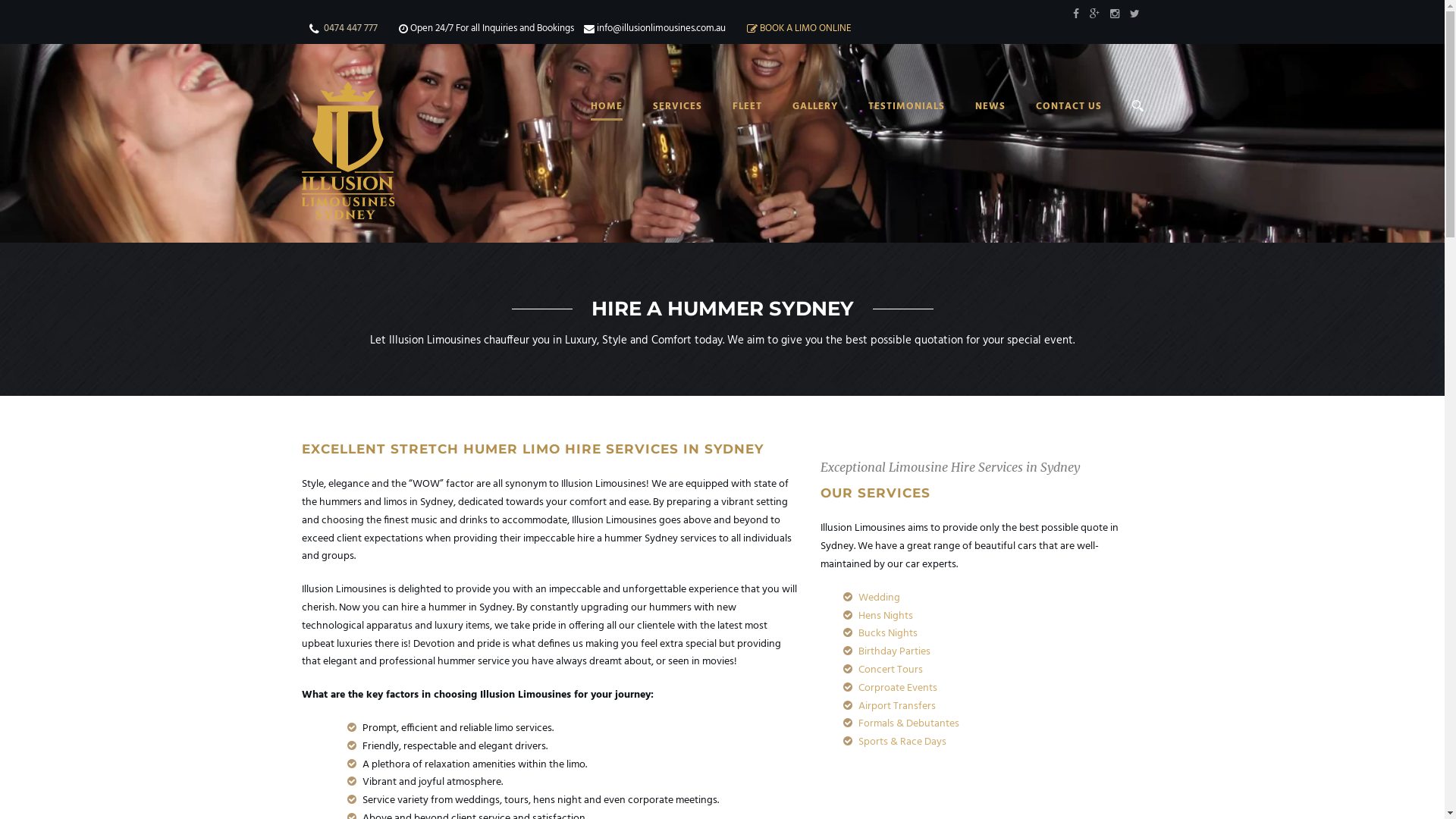 Image resolution: width=1456 pixels, height=819 pixels. Describe the element at coordinates (805, 28) in the screenshot. I see `'BOOK A LIMO ONLINE'` at that location.